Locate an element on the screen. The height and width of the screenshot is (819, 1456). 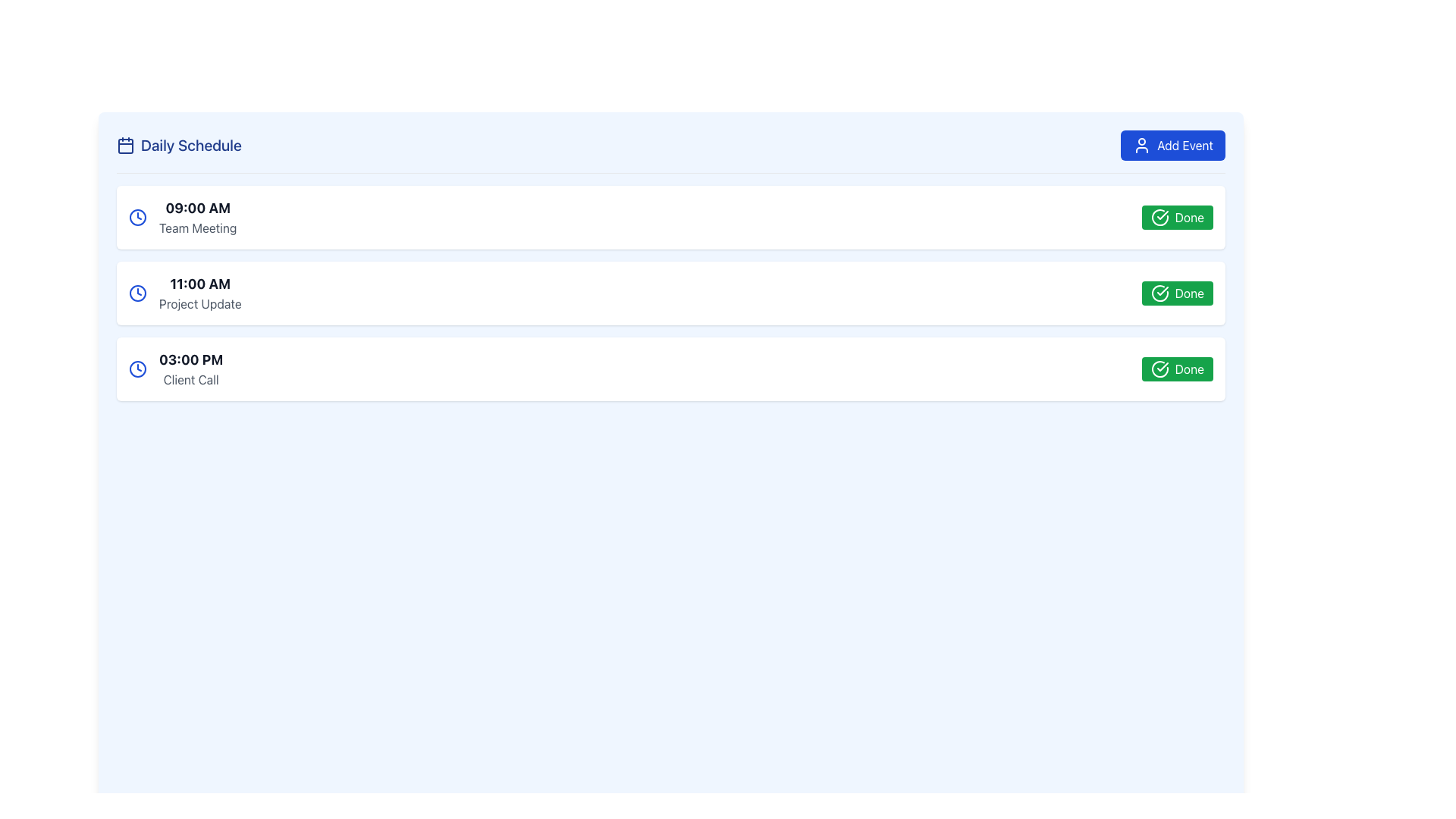
the checkmark icon on the 'Done' button of the first scheduled event in the top-most event card is located at coordinates (1162, 215).